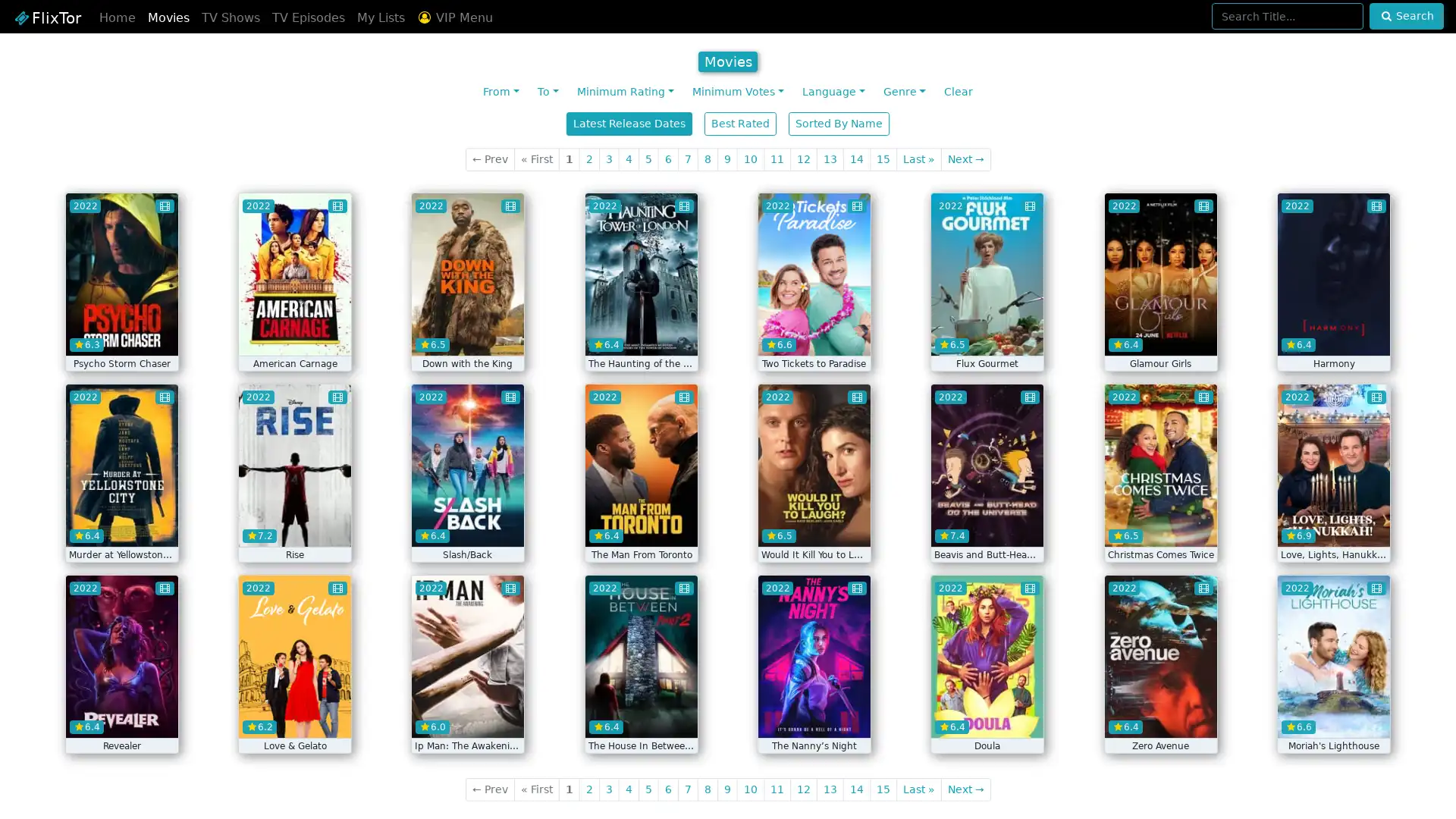 Image resolution: width=1456 pixels, height=819 pixels. Describe the element at coordinates (294, 716) in the screenshot. I see `Watch Now` at that location.